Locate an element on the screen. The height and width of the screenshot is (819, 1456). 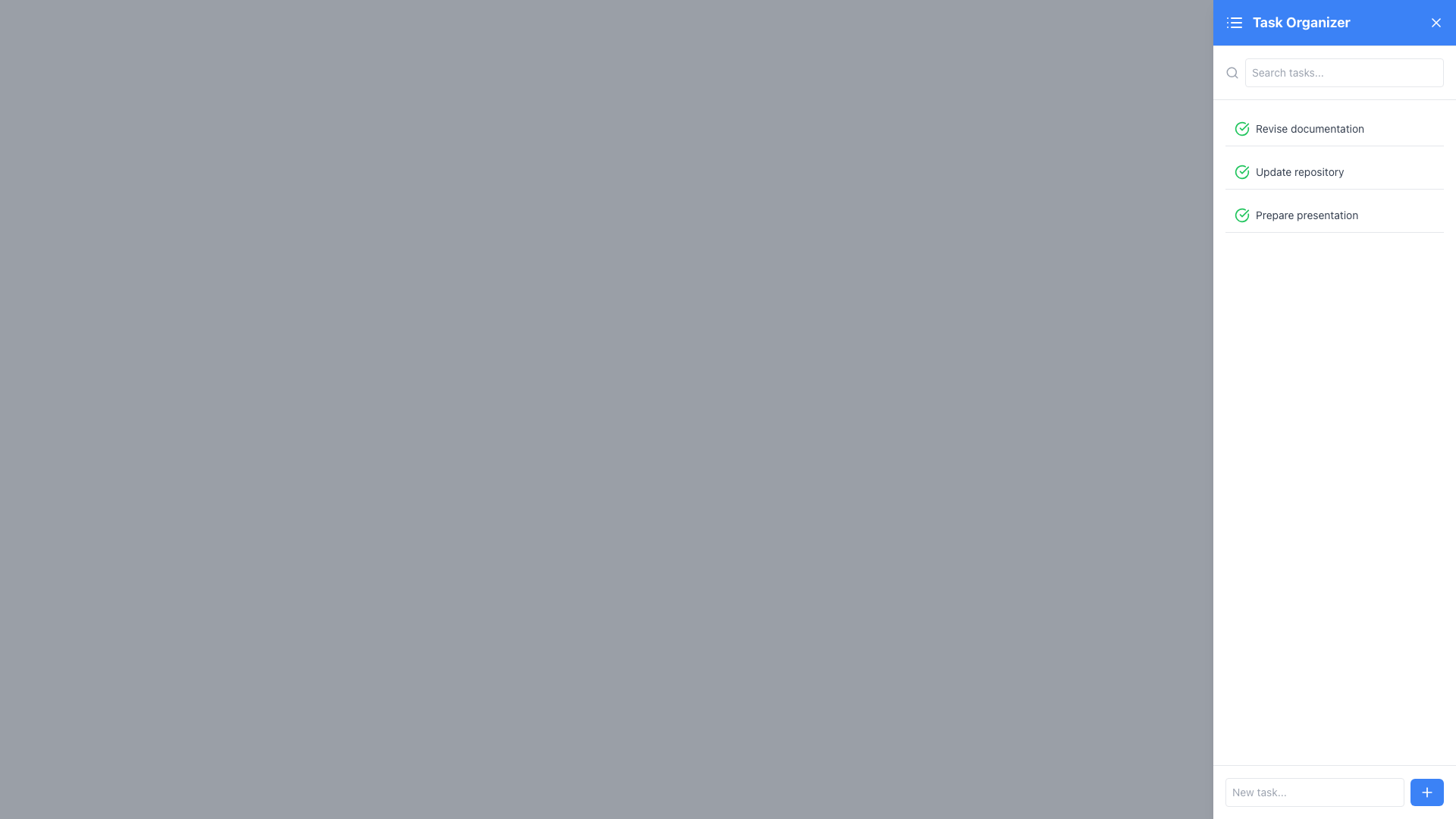
task description of the first item labeled 'Revise documentation' in the task organizer list, located in the scrollable section on the right-hand side of the interface is located at coordinates (1335, 128).